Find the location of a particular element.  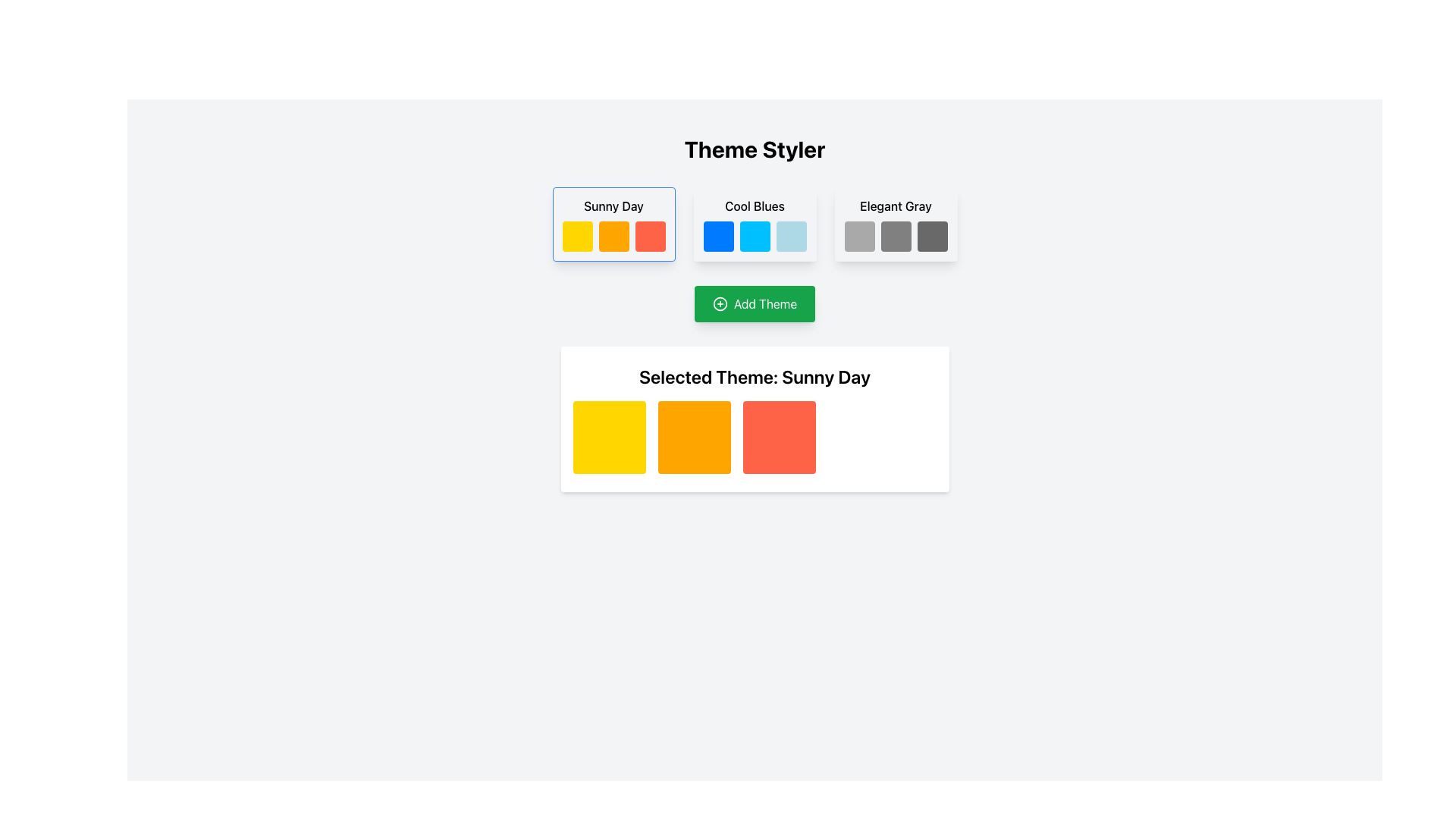

the first clickable tile in the 'Cool Blues' theme group is located at coordinates (717, 237).